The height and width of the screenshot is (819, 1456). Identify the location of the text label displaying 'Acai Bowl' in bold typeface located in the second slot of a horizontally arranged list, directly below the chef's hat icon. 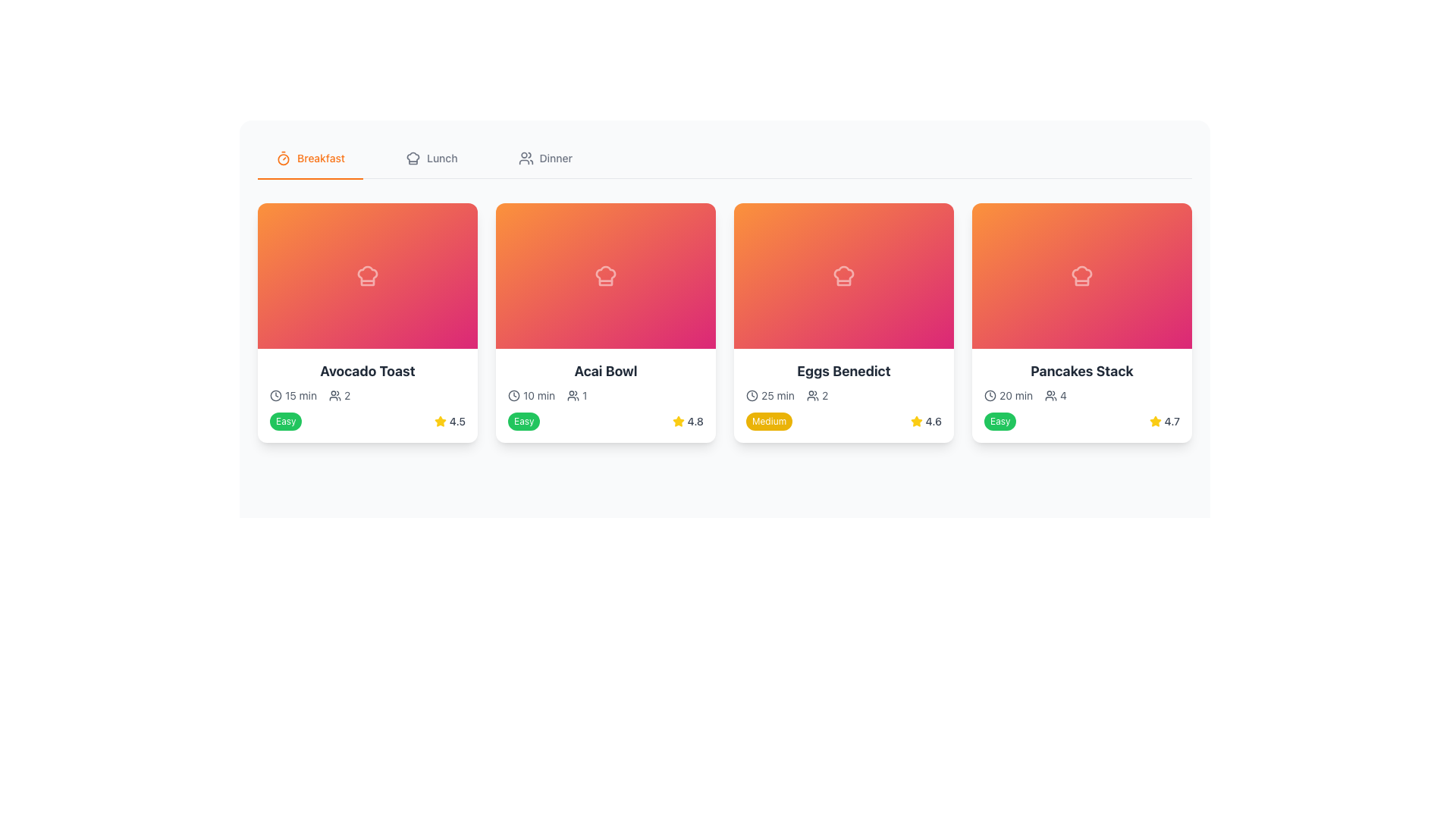
(604, 371).